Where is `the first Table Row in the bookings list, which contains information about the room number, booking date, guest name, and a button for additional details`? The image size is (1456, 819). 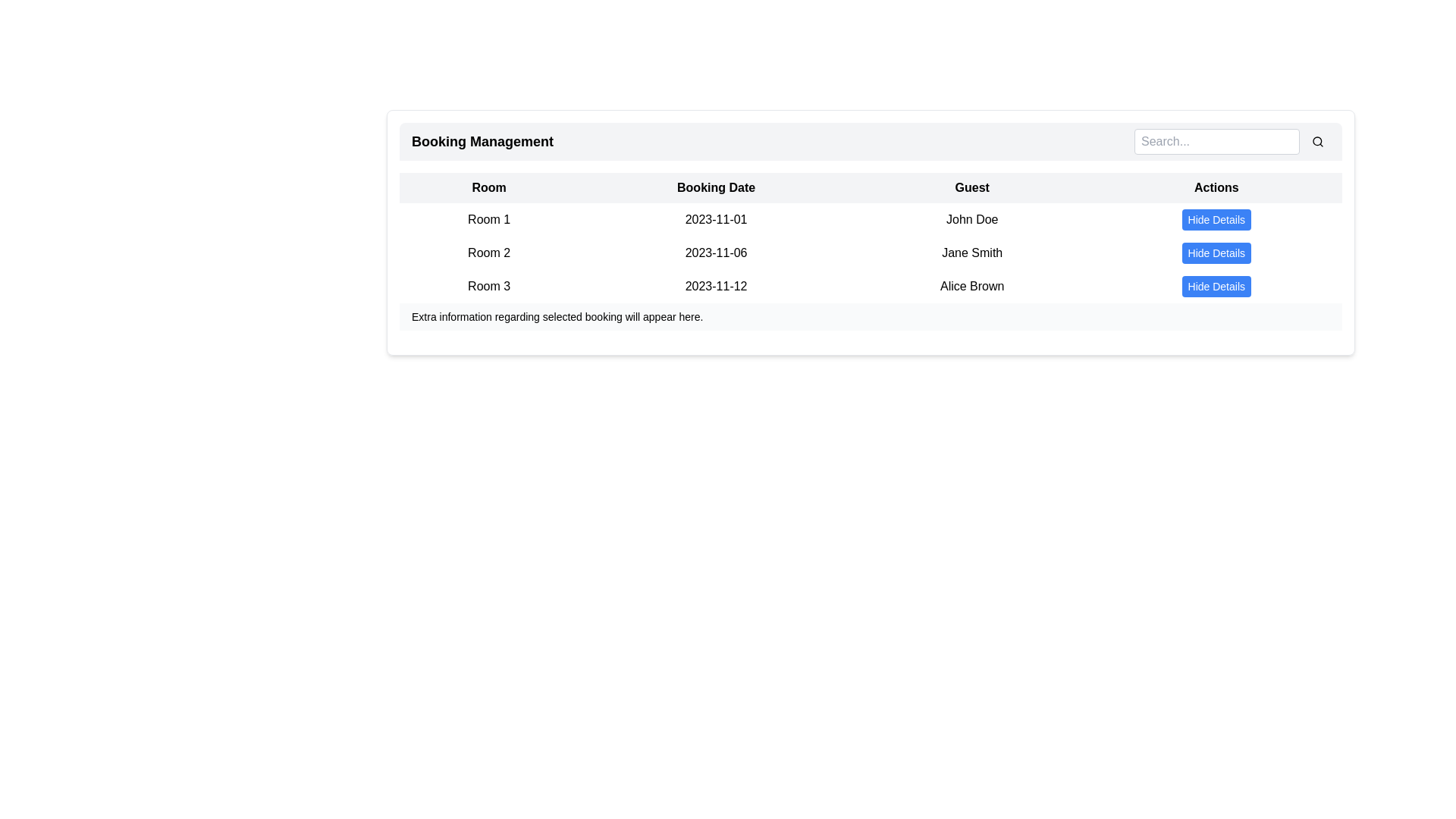 the first Table Row in the bookings list, which contains information about the room number, booking date, guest name, and a button for additional details is located at coordinates (871, 219).